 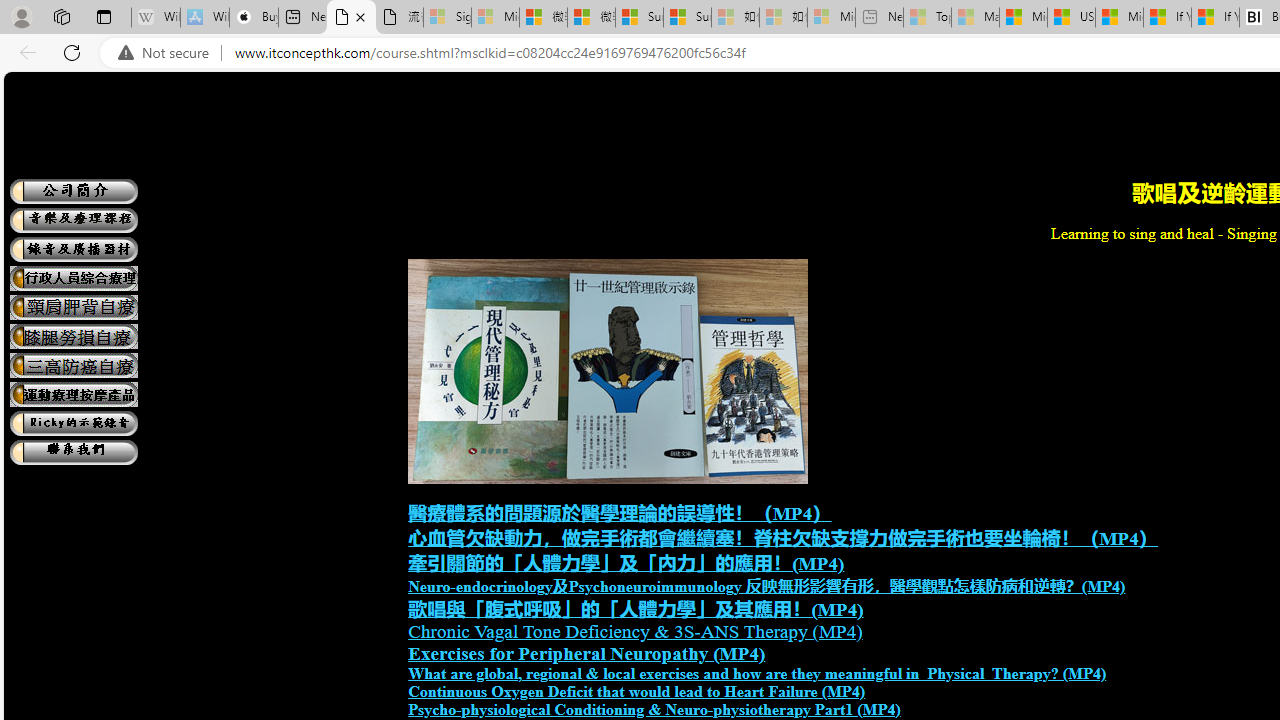 I want to click on 'Back', so click(x=24, y=51).